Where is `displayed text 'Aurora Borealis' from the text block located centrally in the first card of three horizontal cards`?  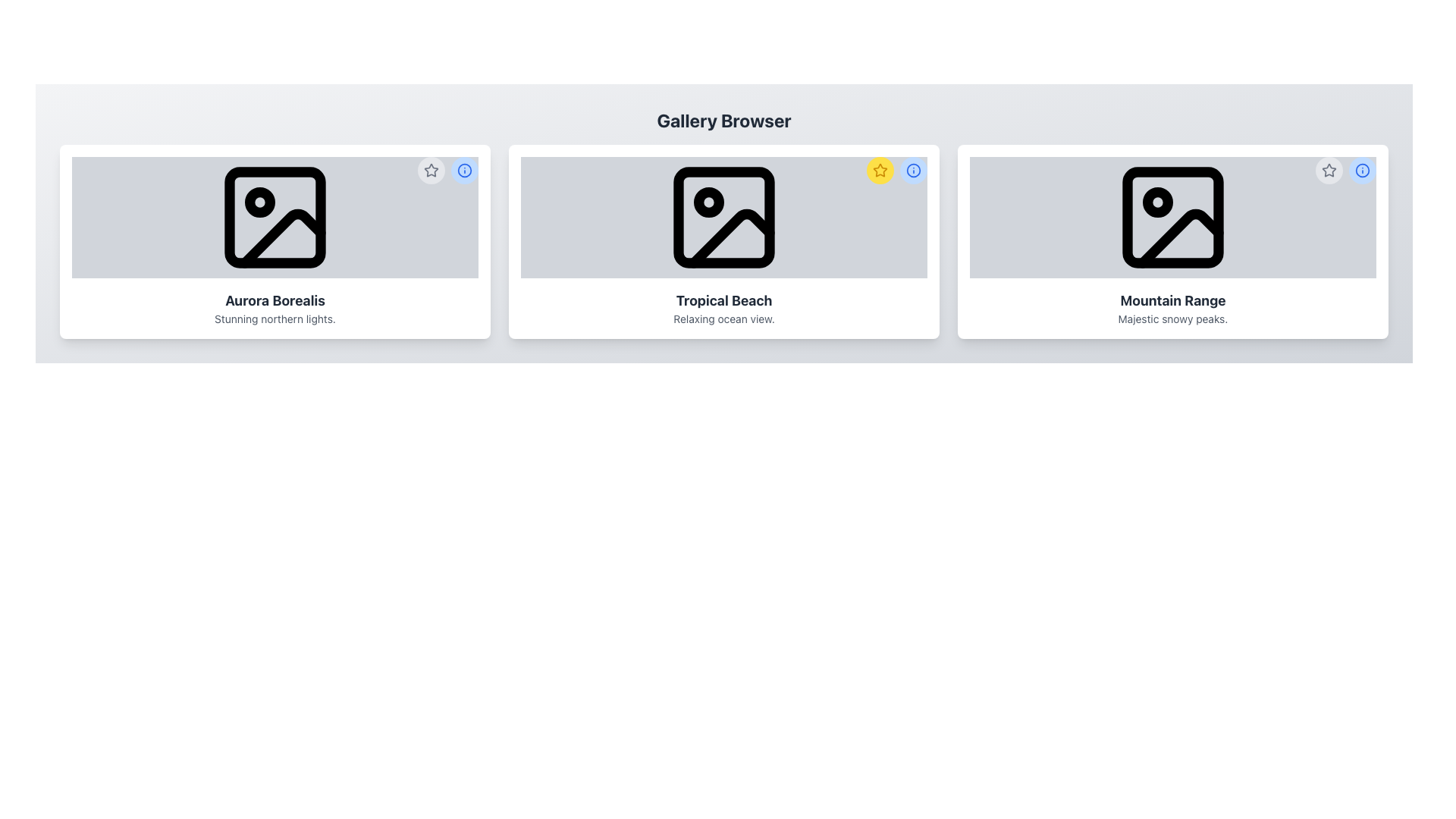 displayed text 'Aurora Borealis' from the text block located centrally in the first card of three horizontal cards is located at coordinates (275, 308).